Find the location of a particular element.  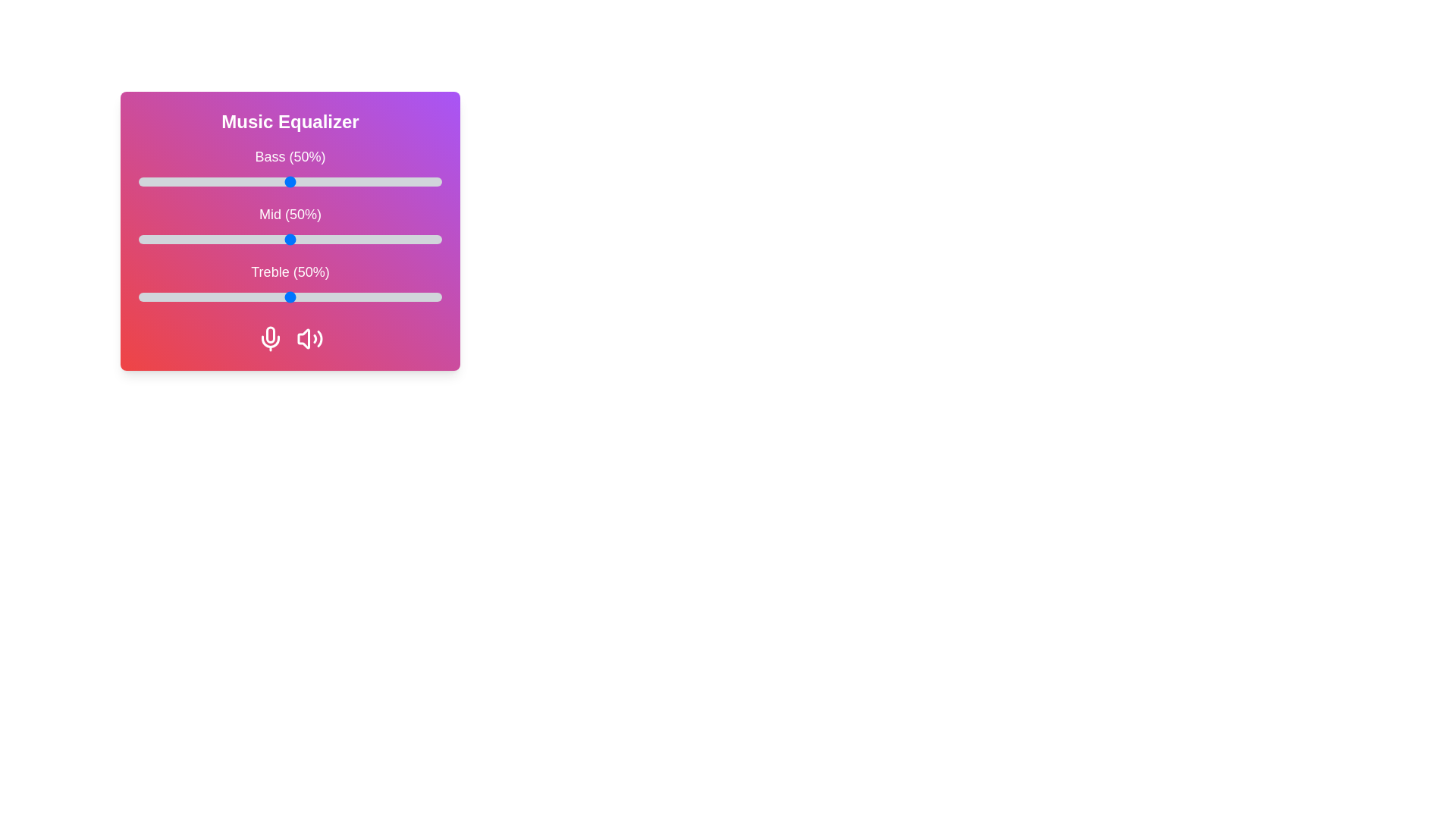

the 1 slider to 62% is located at coordinates (326, 239).